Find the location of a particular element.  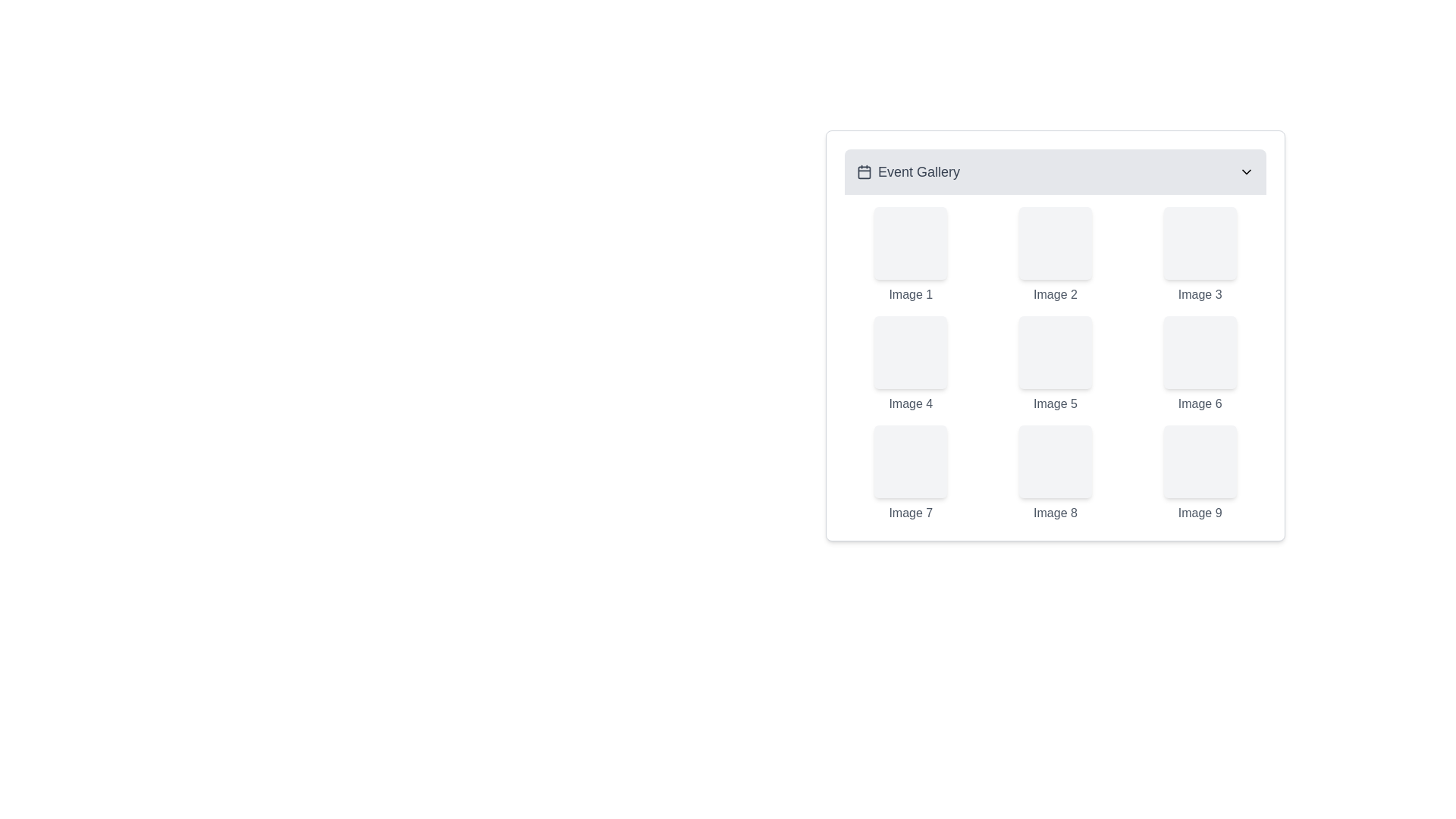

the text label displaying 'Image 2' in gray font, positioned below the image placeholder in the upper-middle section of the gallery grid is located at coordinates (1055, 295).